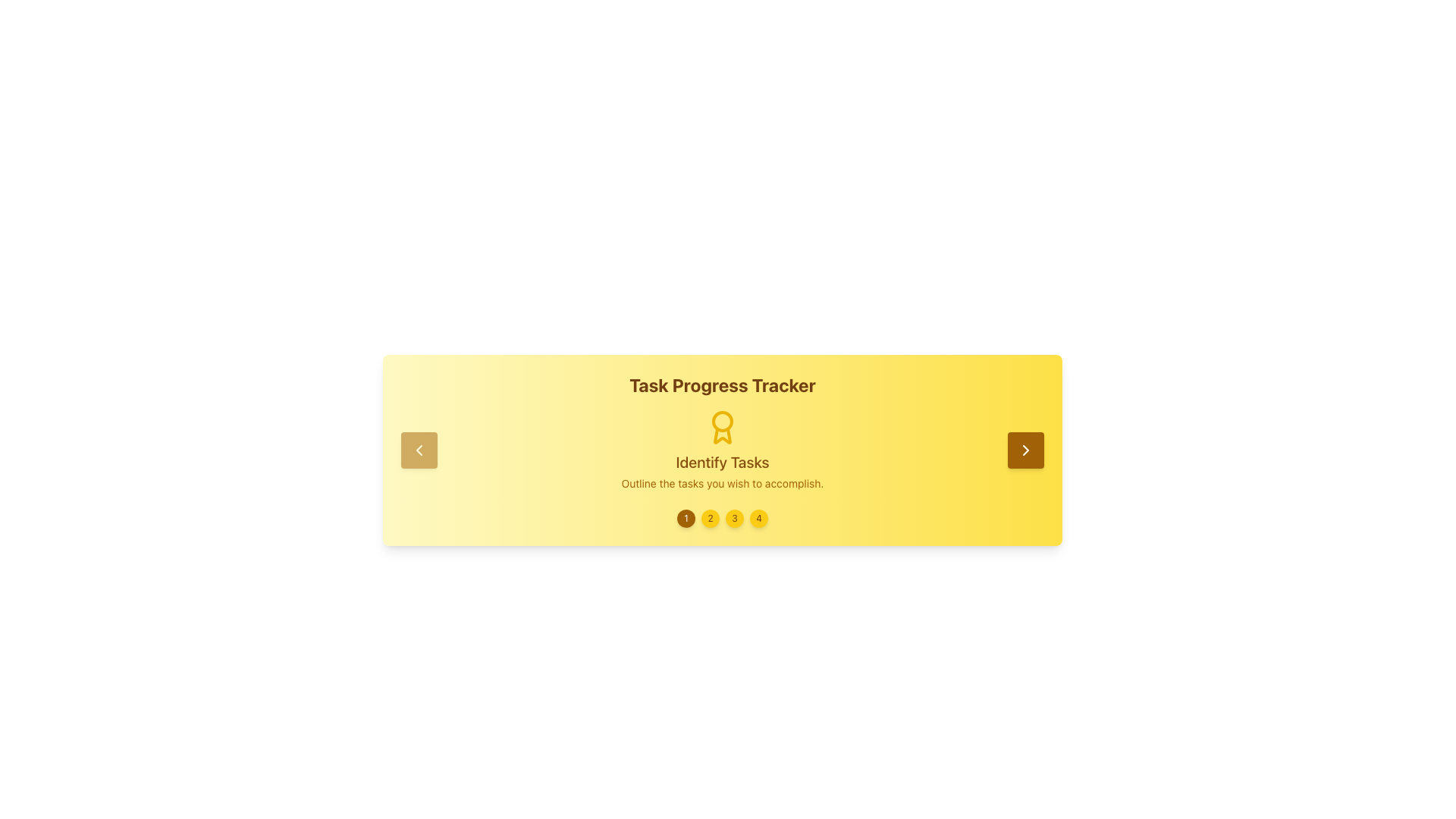  Describe the element at coordinates (1026, 450) in the screenshot. I see `the navigational icon located within the golden rectangular button at the far-right end of the horizontal progress tracker interface` at that location.